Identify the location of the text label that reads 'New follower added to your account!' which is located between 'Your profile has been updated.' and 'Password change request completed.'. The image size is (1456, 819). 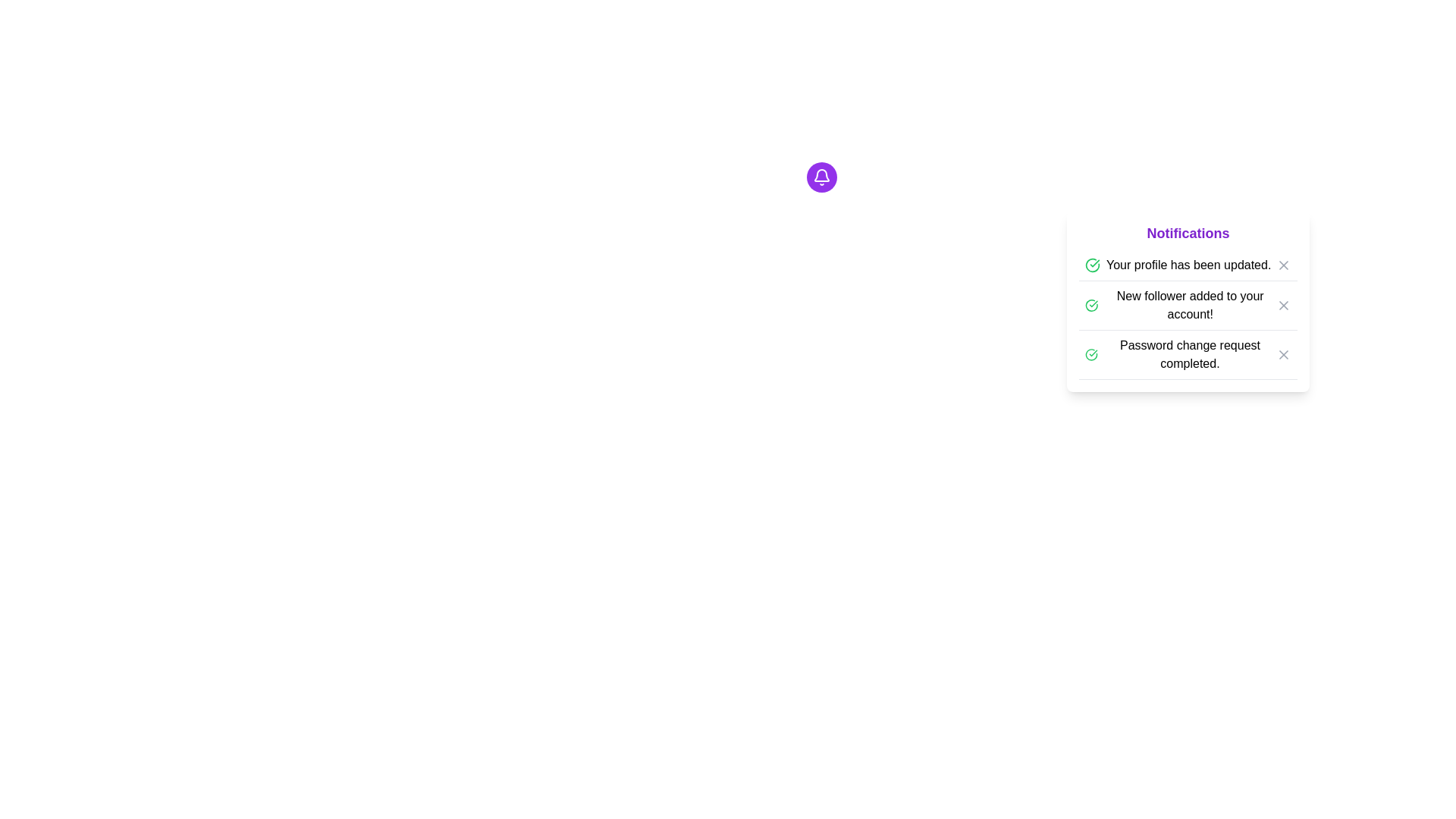
(1179, 305).